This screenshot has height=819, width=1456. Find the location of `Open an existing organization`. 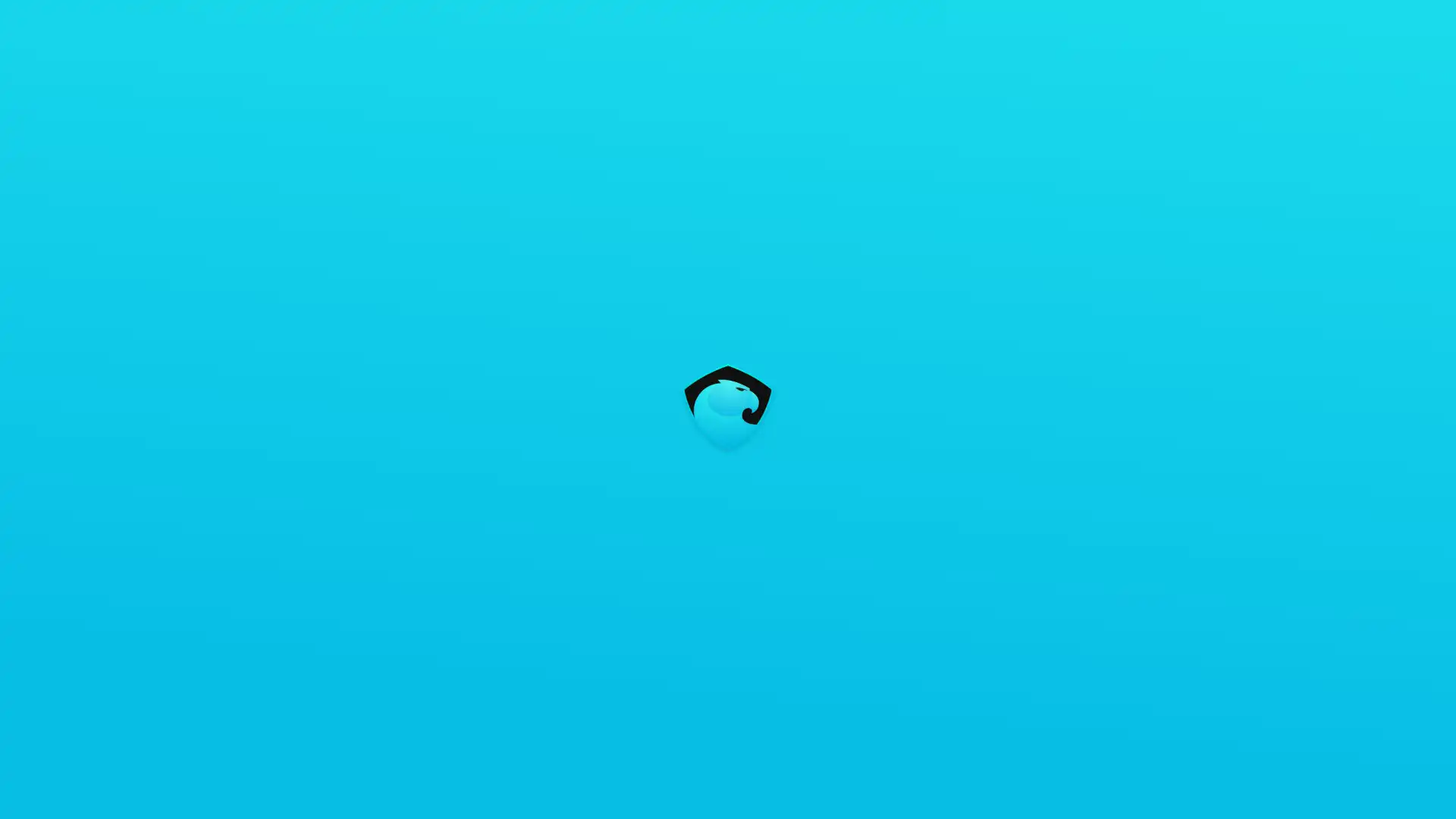

Open an existing organization is located at coordinates (622, 353).